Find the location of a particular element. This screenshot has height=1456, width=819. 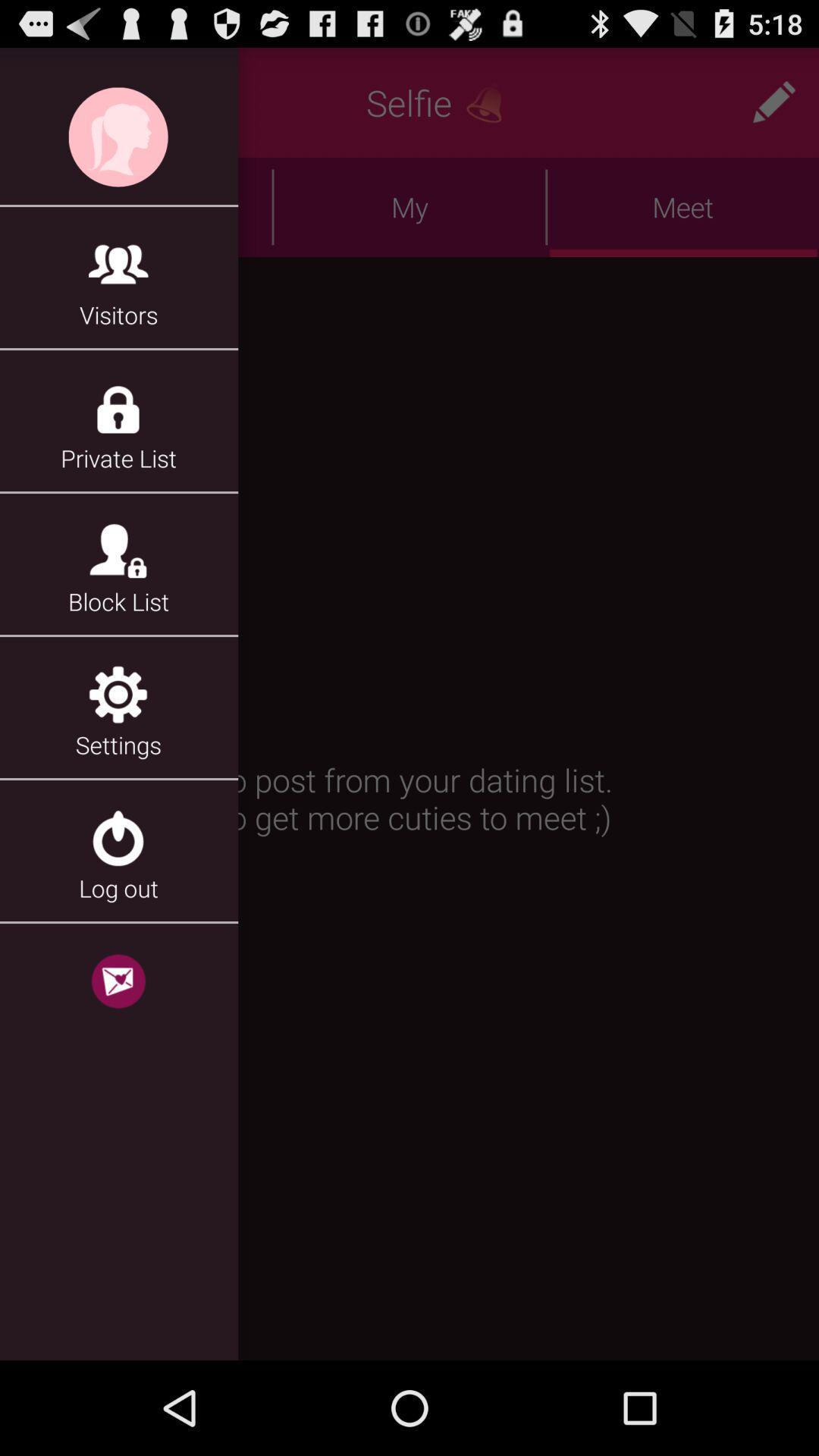

the notifications icon is located at coordinates (490, 108).